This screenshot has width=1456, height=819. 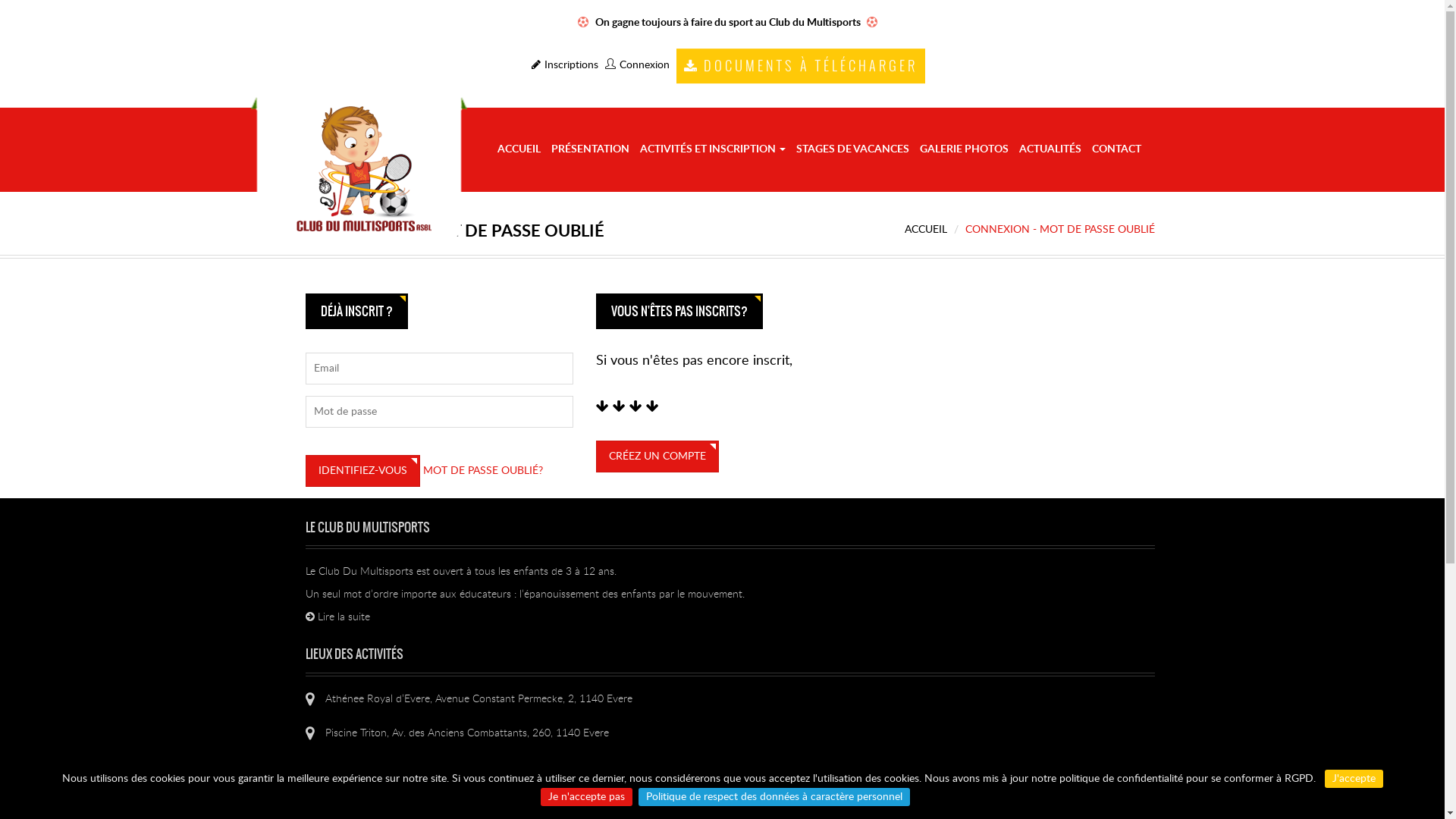 I want to click on 'Connexion', so click(x=637, y=64).